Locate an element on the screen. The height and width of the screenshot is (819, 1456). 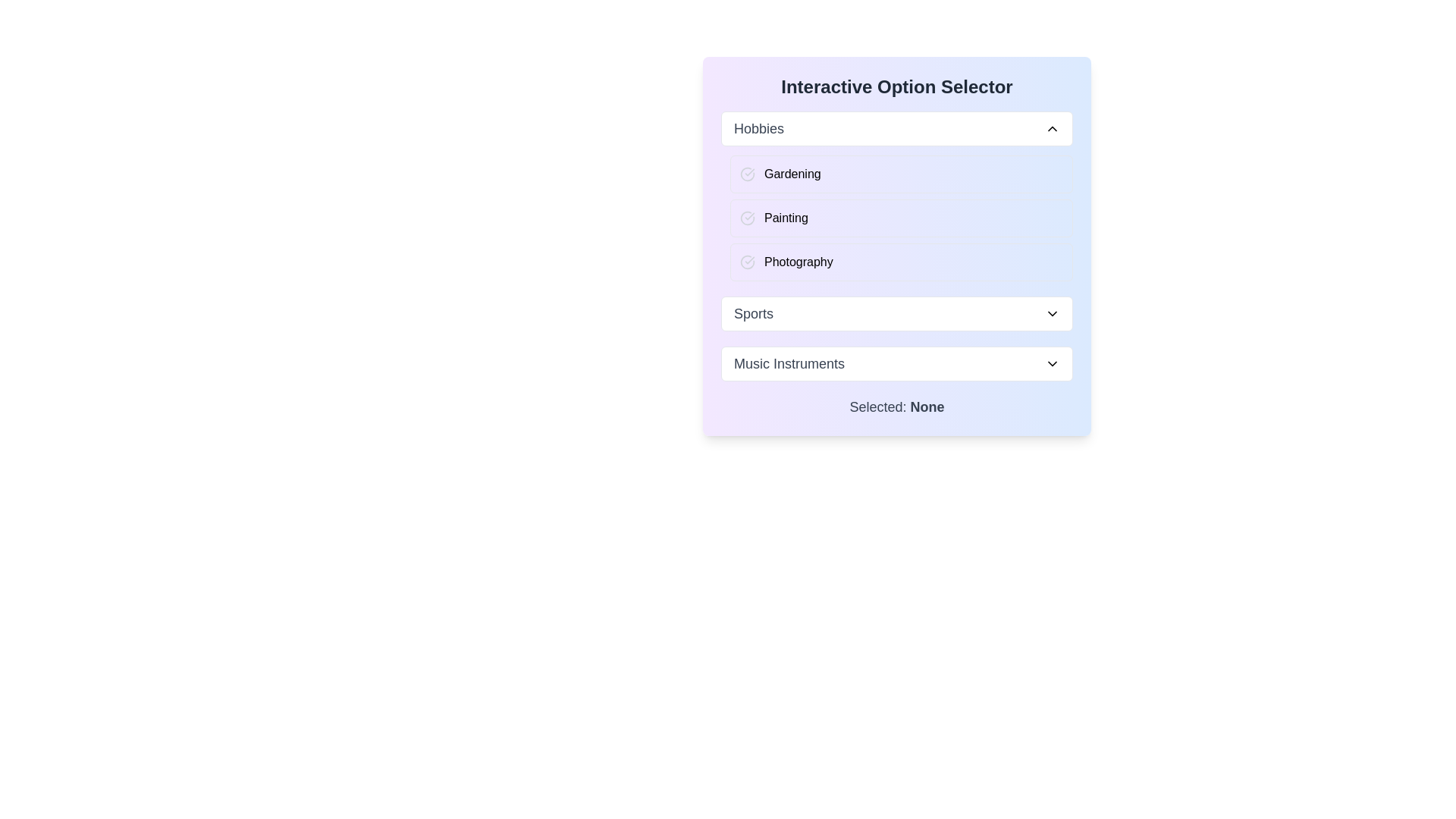
the text label displaying 'Music Instruments' in the 'Sports' dropdown list of the Interactive Option Selector is located at coordinates (789, 363).